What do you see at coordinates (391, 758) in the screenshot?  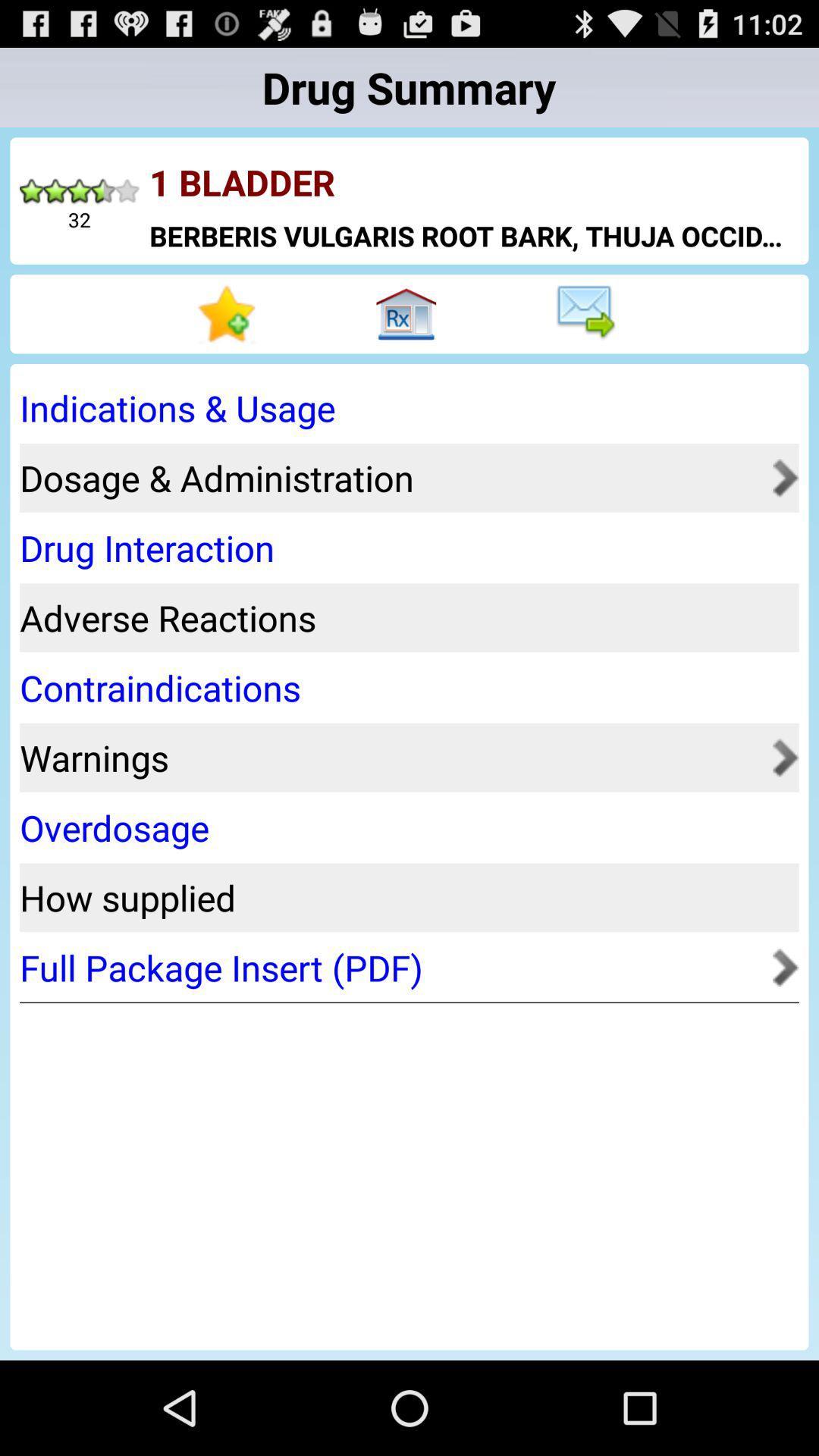 I see `the warnings app` at bounding box center [391, 758].